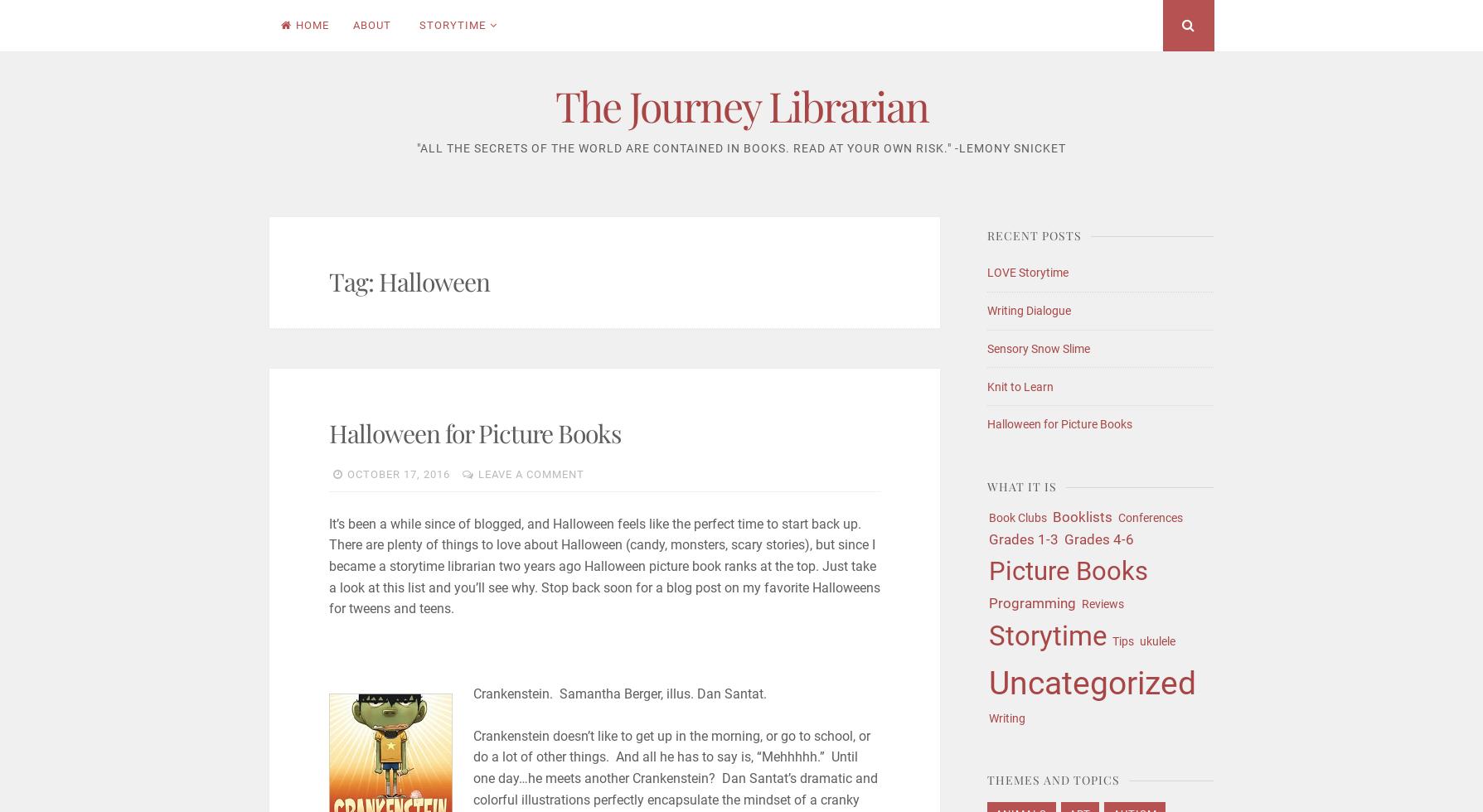 The image size is (1483, 812). I want to click on 'Themes and Topics', so click(1053, 780).